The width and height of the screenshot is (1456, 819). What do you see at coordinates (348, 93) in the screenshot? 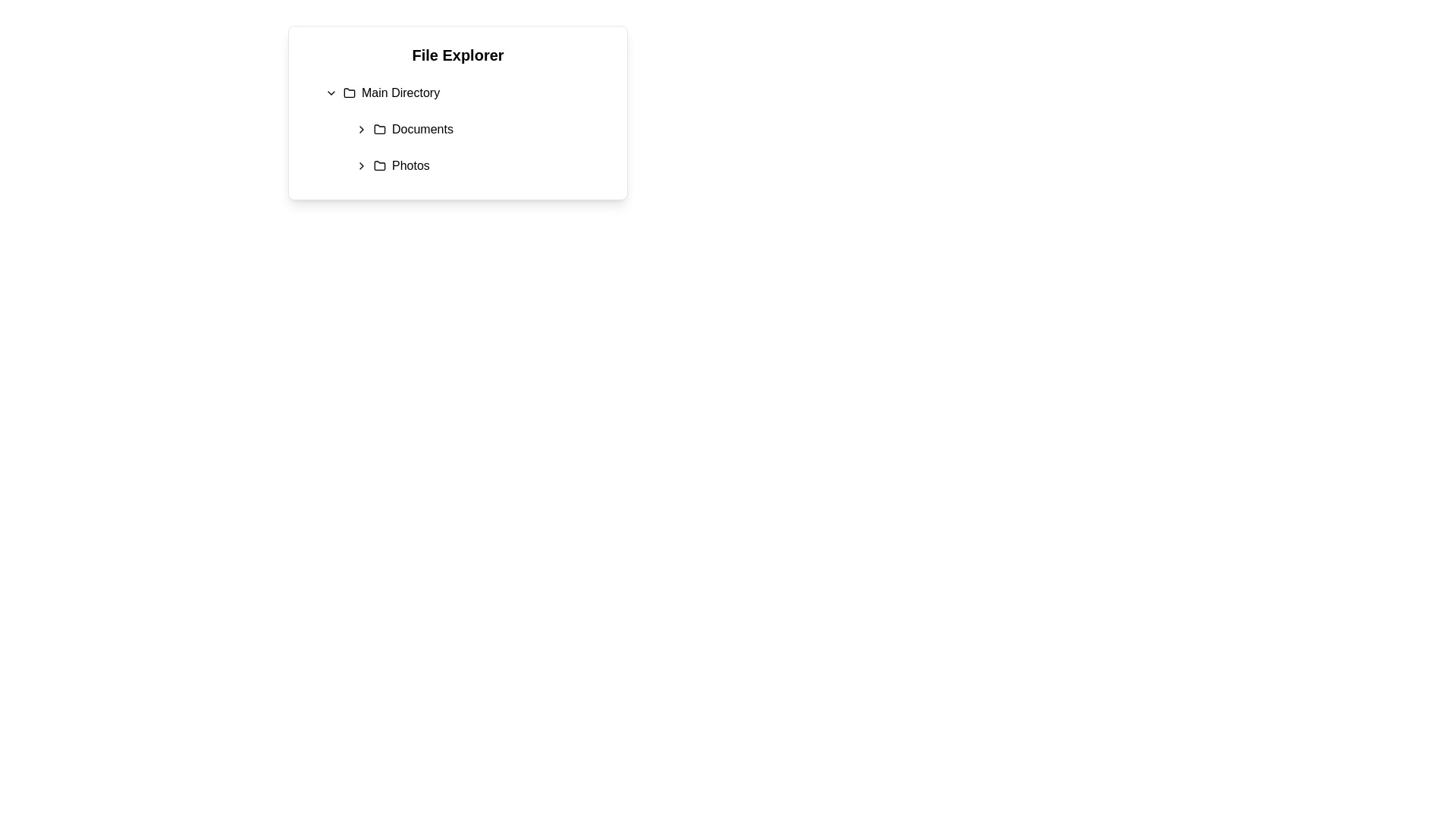
I see `the folder icon indicating the 'Main Directory' in the file explorer interface` at bounding box center [348, 93].